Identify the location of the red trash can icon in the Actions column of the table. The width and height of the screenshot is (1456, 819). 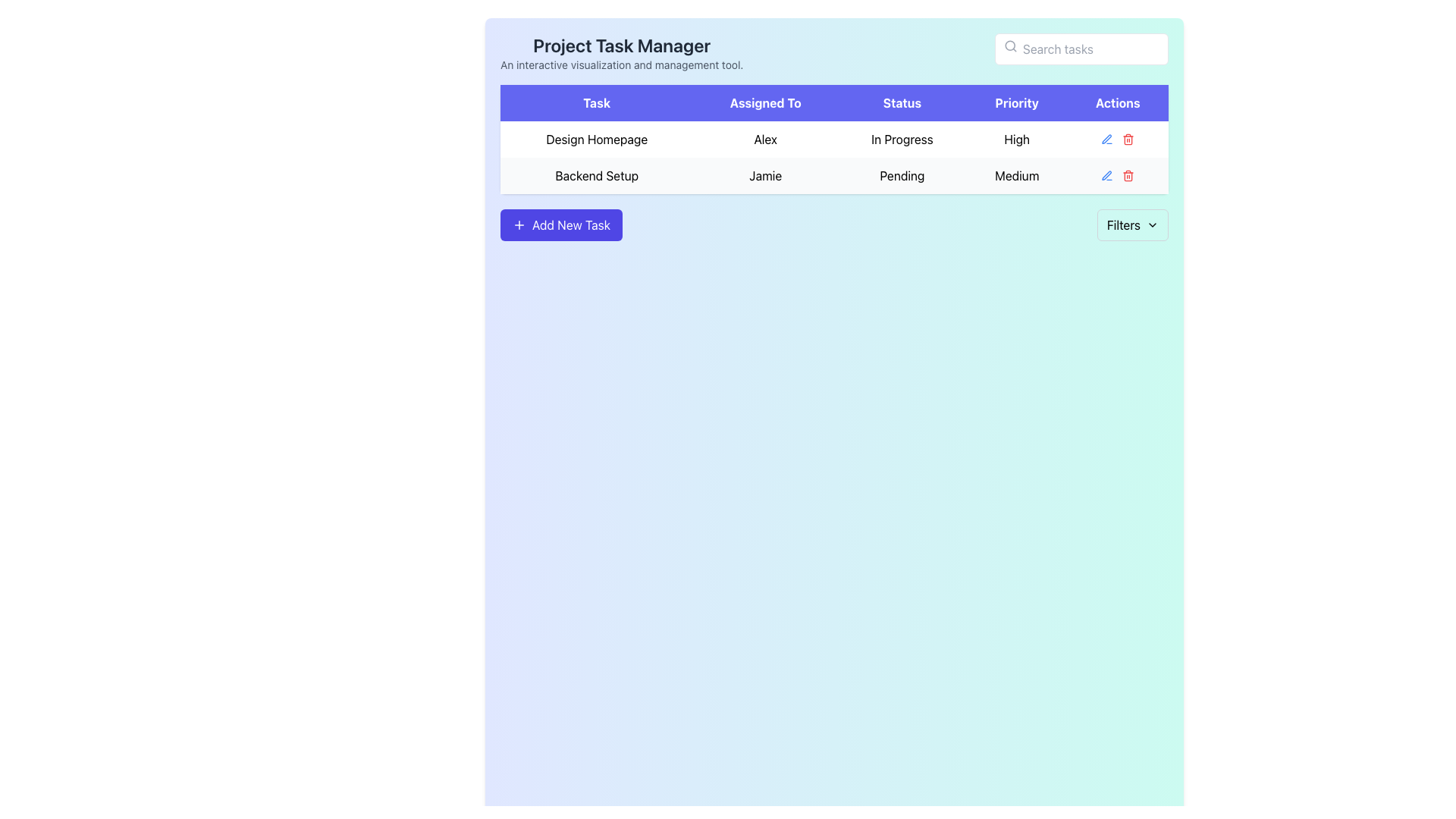
(1117, 140).